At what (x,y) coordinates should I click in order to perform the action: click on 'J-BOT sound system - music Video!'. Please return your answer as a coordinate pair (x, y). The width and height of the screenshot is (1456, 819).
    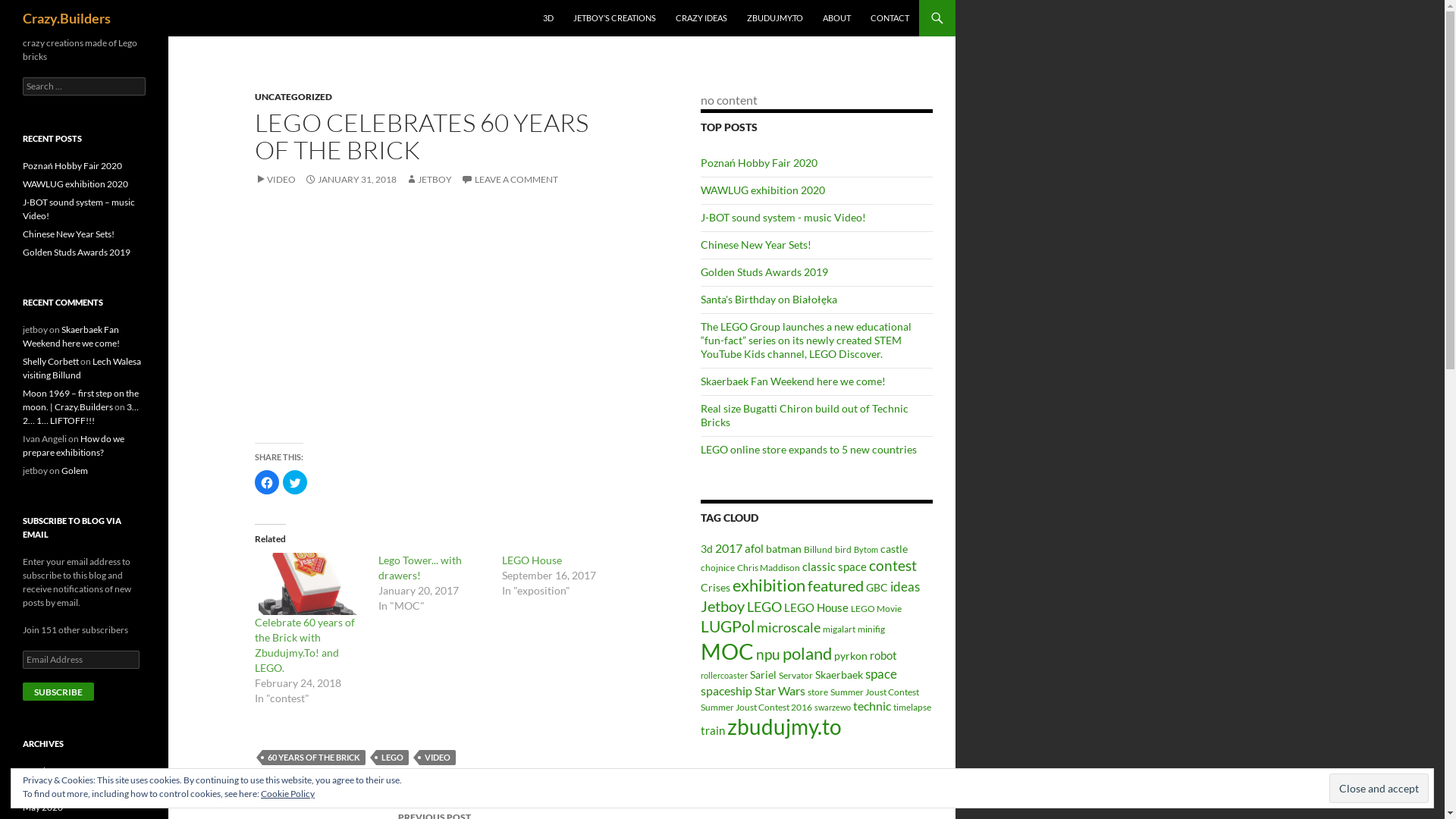
    Looking at the image, I should click on (783, 217).